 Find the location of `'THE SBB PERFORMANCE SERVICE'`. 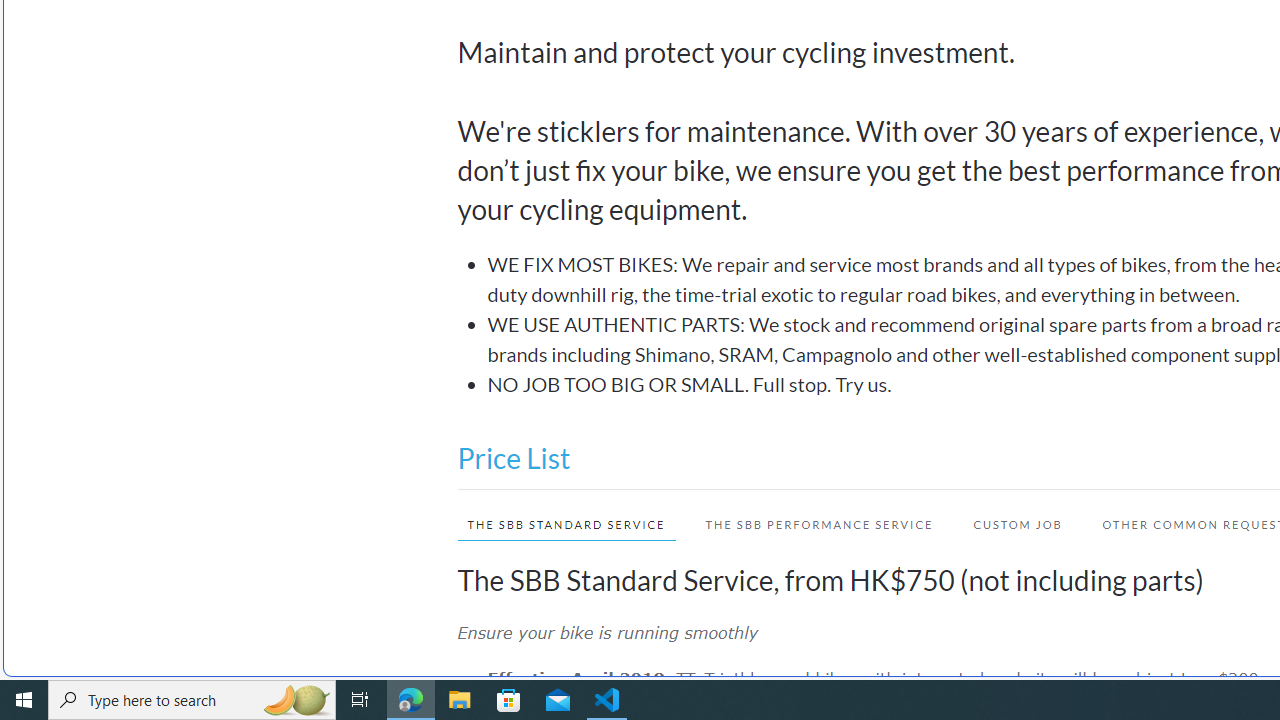

'THE SBB PERFORMANCE SERVICE' is located at coordinates (819, 523).